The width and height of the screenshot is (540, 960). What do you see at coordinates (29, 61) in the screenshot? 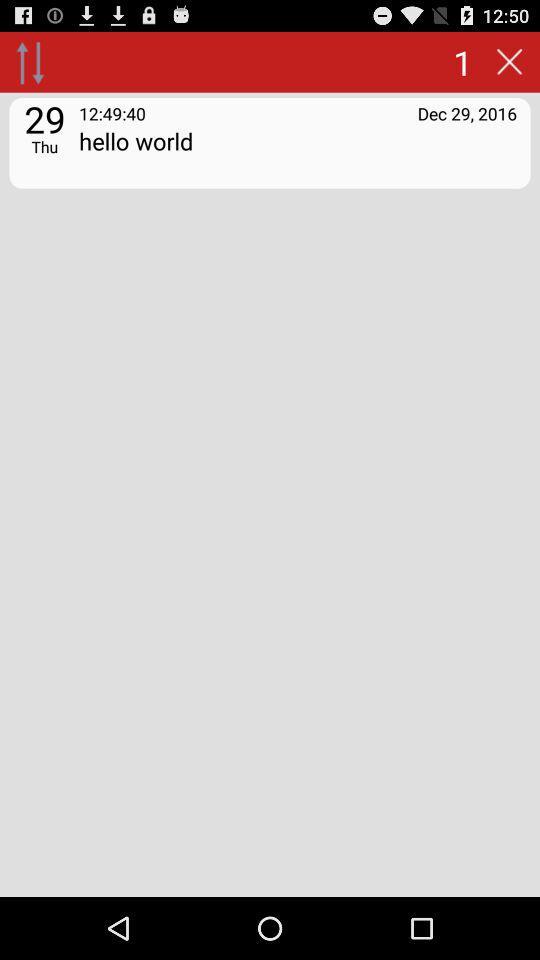
I see `item next to 1` at bounding box center [29, 61].